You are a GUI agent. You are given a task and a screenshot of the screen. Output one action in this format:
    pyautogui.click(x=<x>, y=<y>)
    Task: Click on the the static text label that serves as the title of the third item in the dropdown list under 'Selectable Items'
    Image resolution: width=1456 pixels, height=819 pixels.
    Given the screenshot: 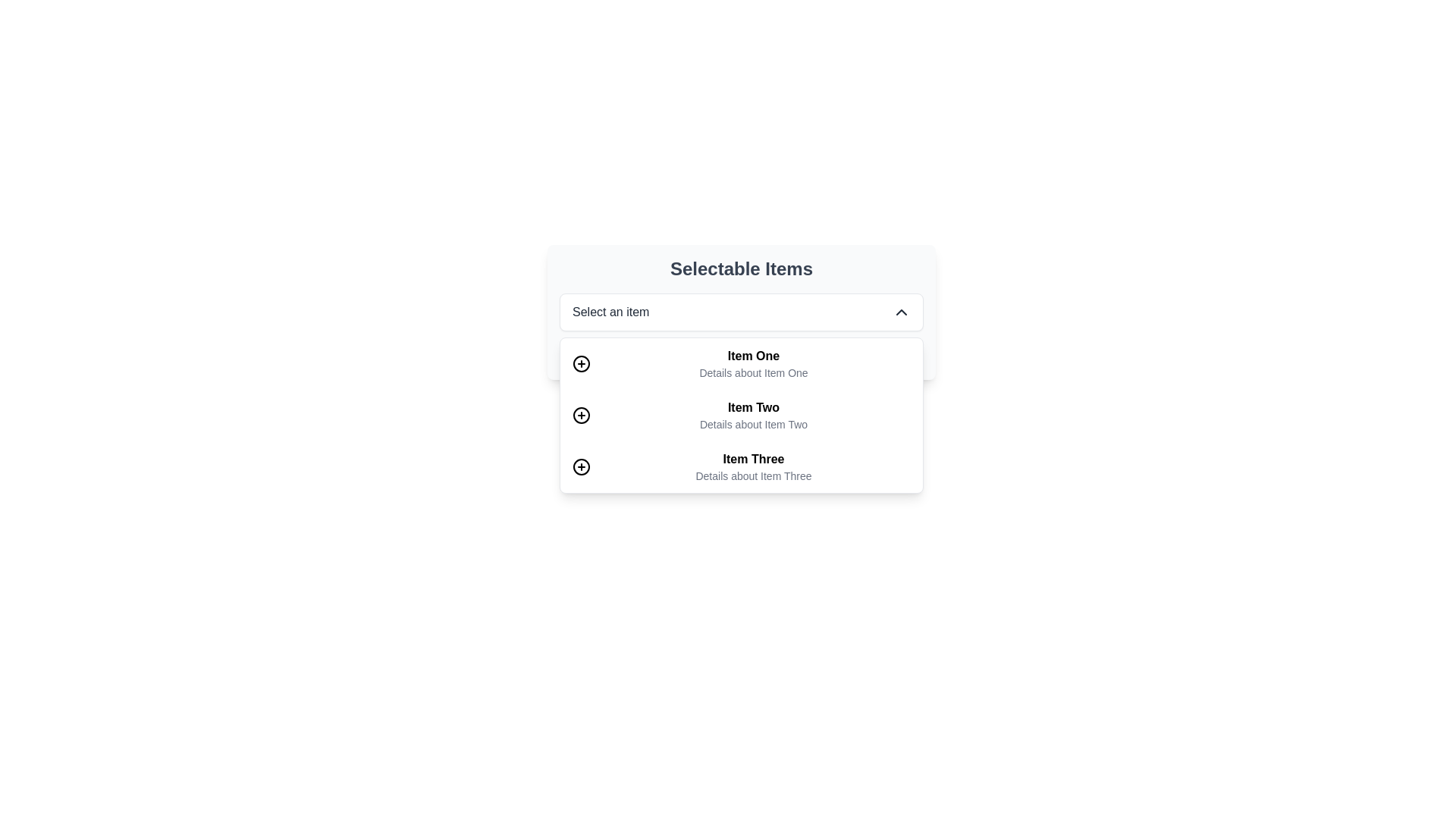 What is the action you would take?
    pyautogui.click(x=753, y=458)
    